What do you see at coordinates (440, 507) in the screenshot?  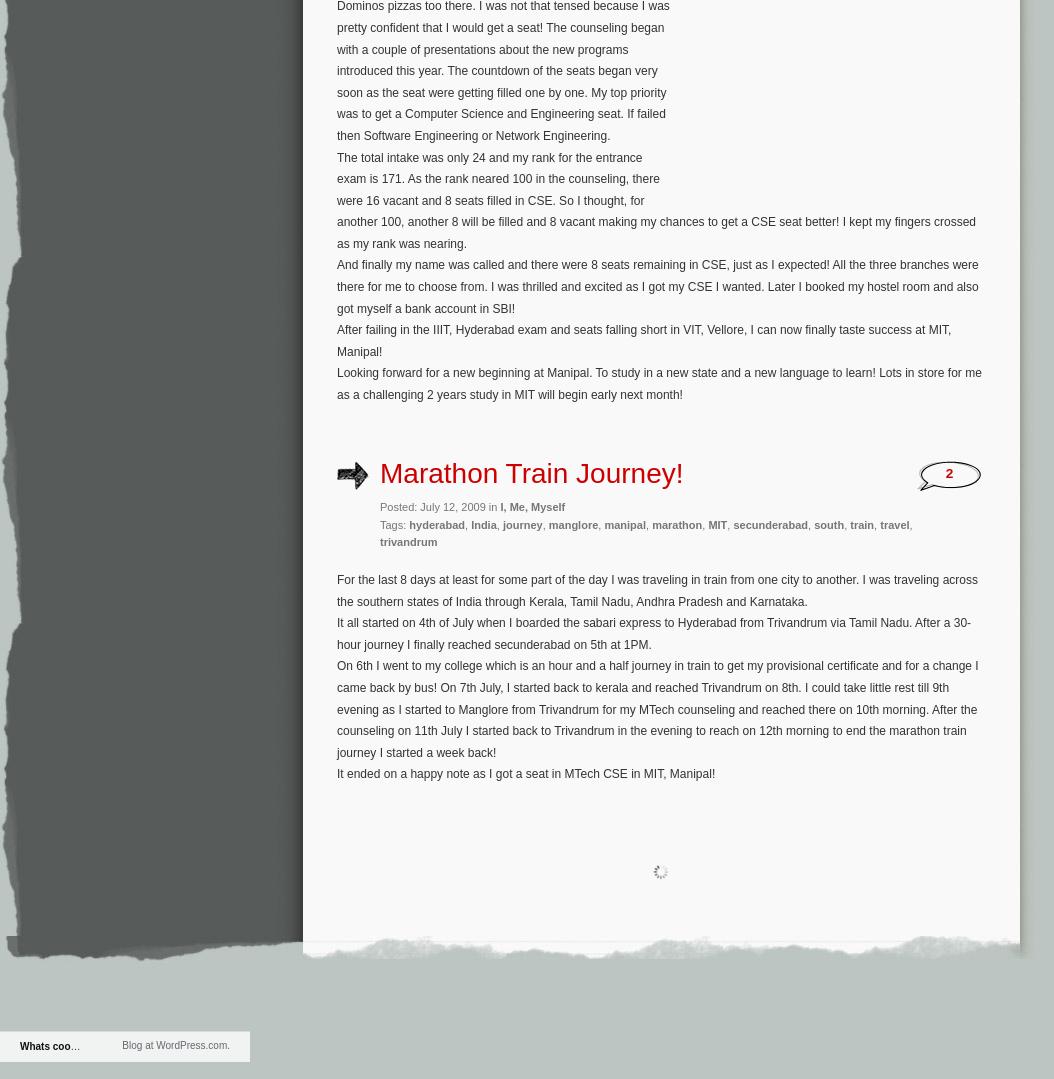 I see `'Posted: July 12, 2009 in'` at bounding box center [440, 507].